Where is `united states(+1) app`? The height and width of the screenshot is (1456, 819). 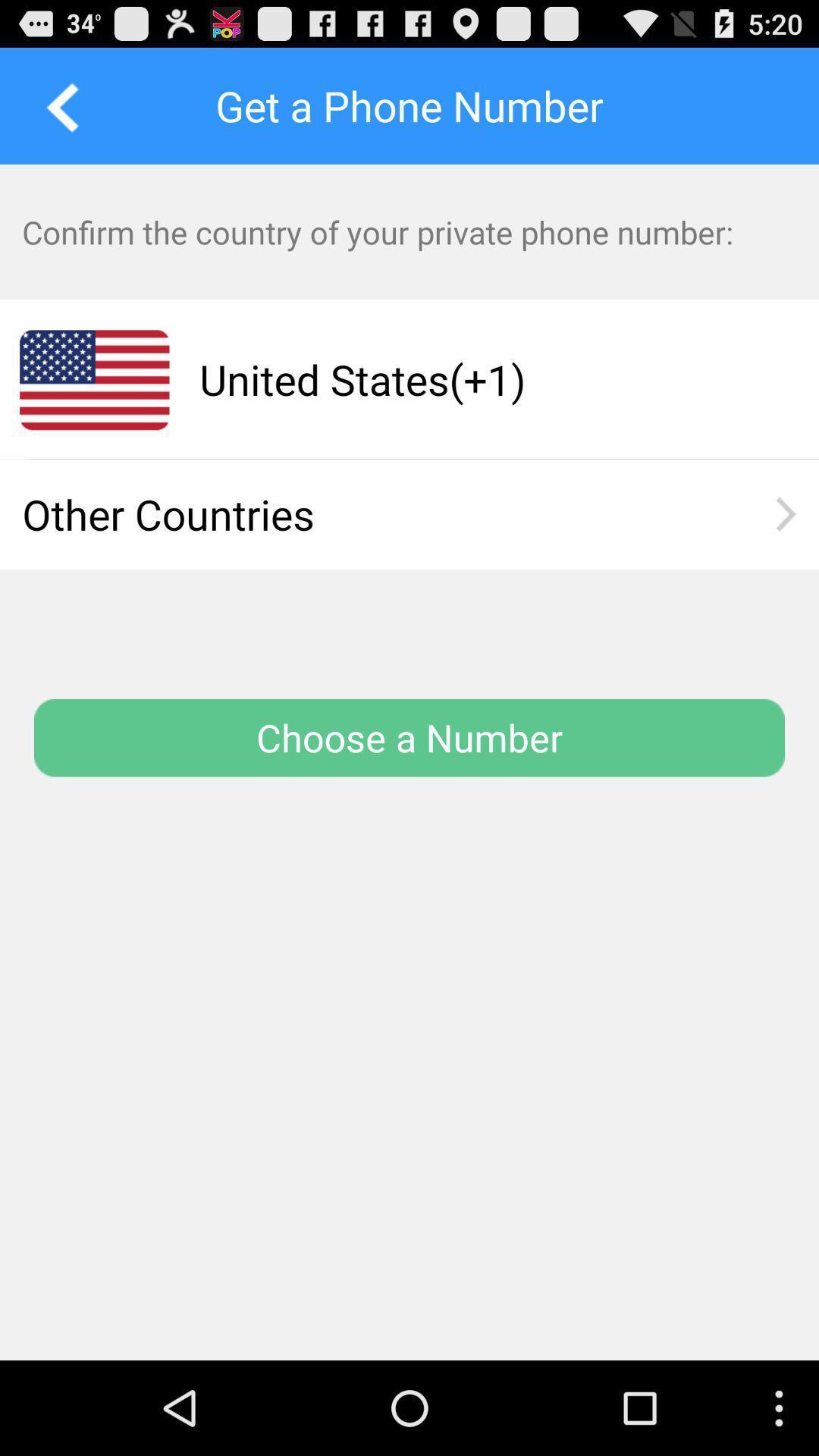
united states(+1) app is located at coordinates (480, 379).